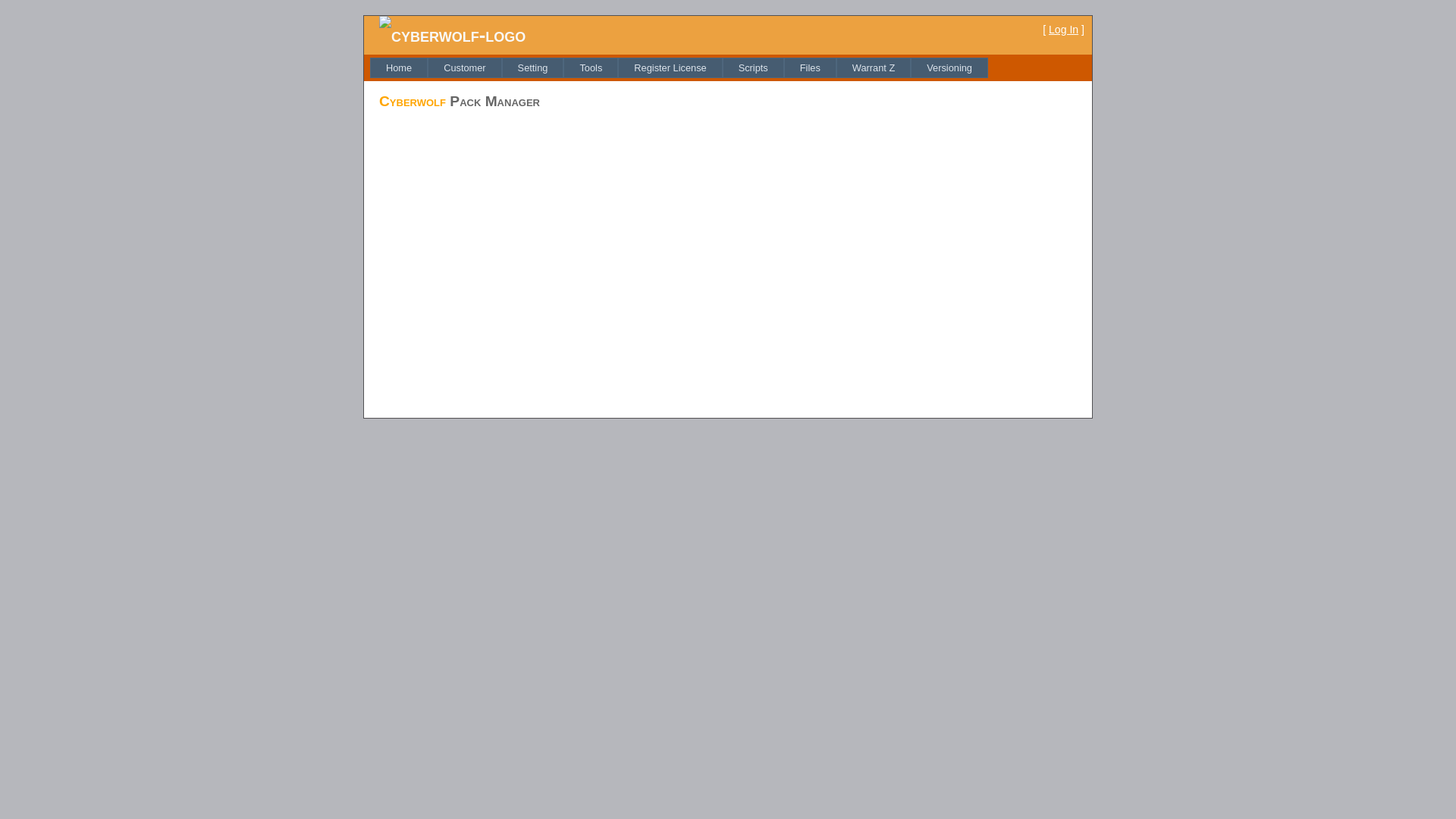 The height and width of the screenshot is (819, 1456). I want to click on 'Versioning', so click(949, 67).